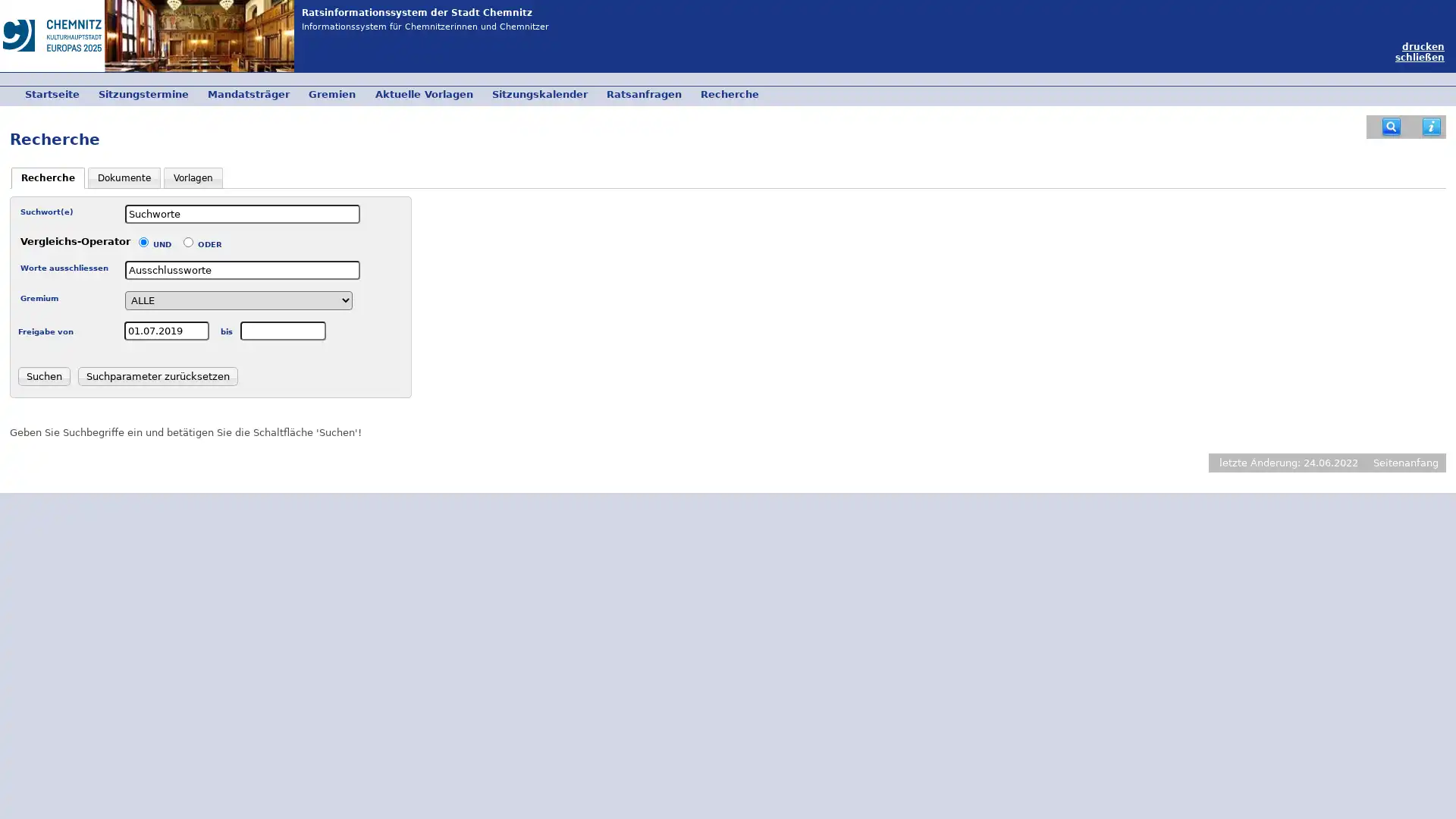 The height and width of the screenshot is (819, 1456). I want to click on Suchen, so click(43, 375).